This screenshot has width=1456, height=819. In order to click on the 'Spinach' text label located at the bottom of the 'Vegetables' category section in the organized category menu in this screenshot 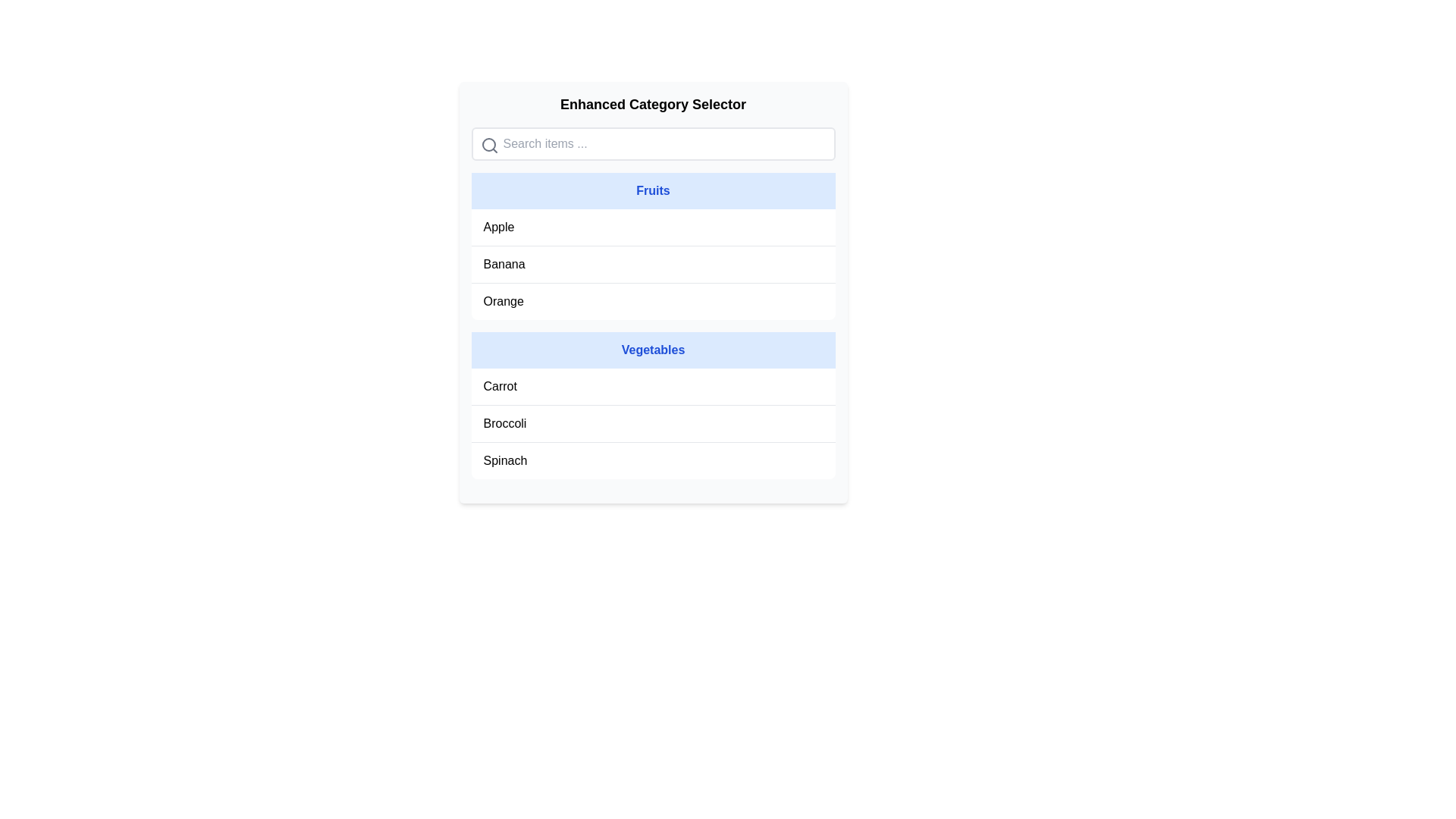, I will do `click(505, 460)`.